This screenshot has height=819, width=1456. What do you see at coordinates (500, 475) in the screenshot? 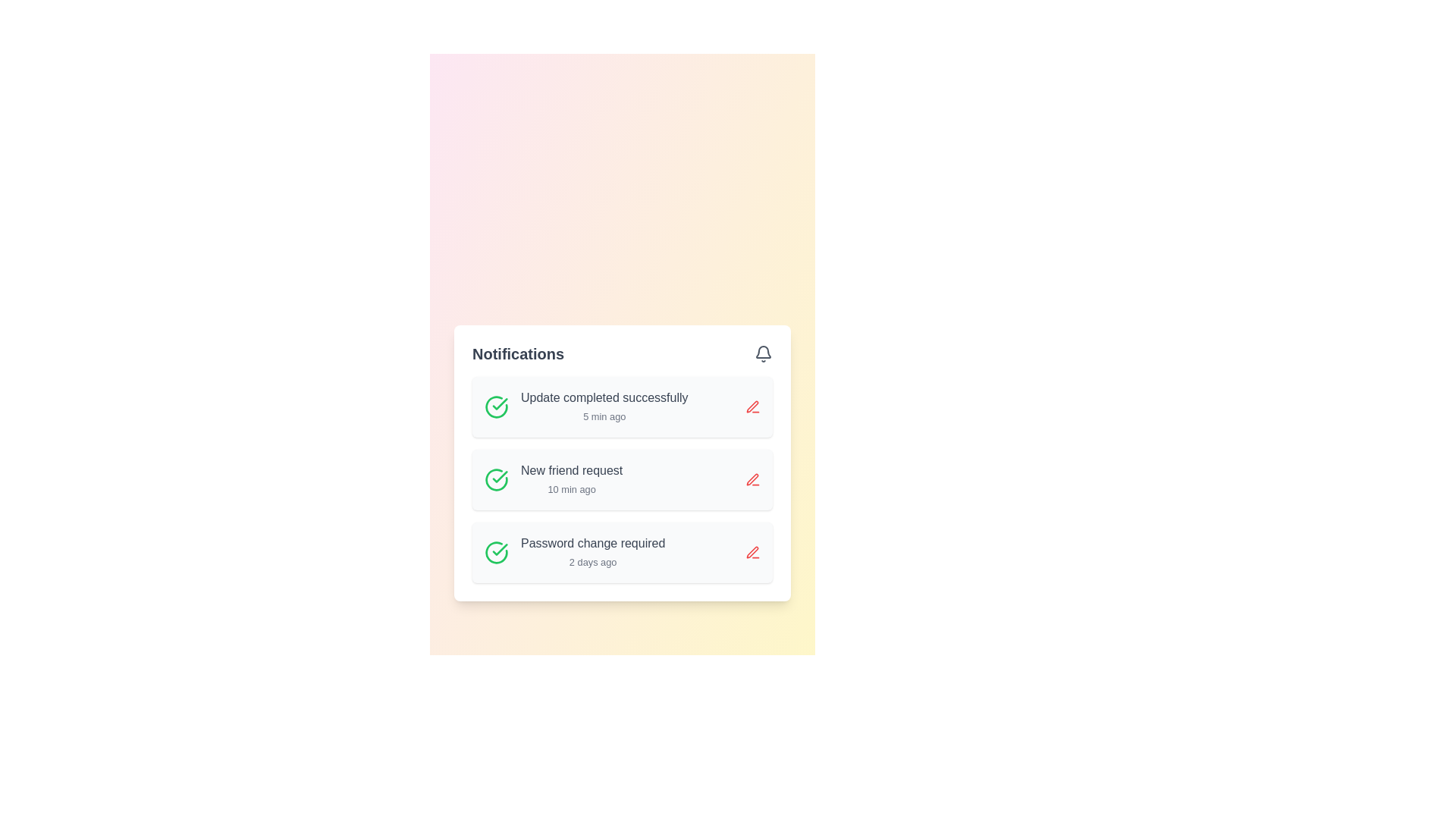
I see `the bold green checkmark icon located on the left side of the first notification in the notification panel` at bounding box center [500, 475].